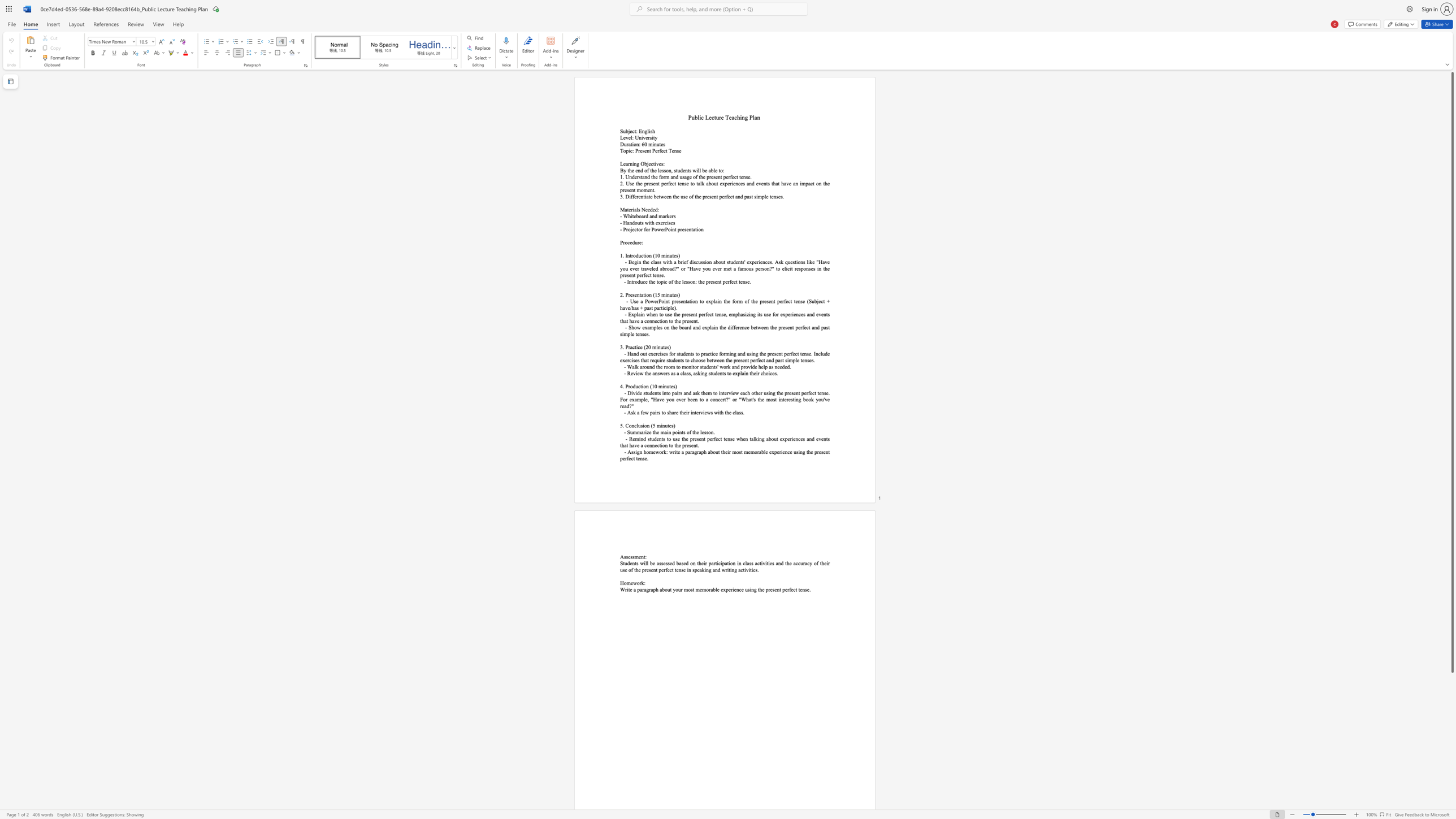 The width and height of the screenshot is (1456, 819). What do you see at coordinates (665, 294) in the screenshot?
I see `the 2th character "i" in the text` at bounding box center [665, 294].